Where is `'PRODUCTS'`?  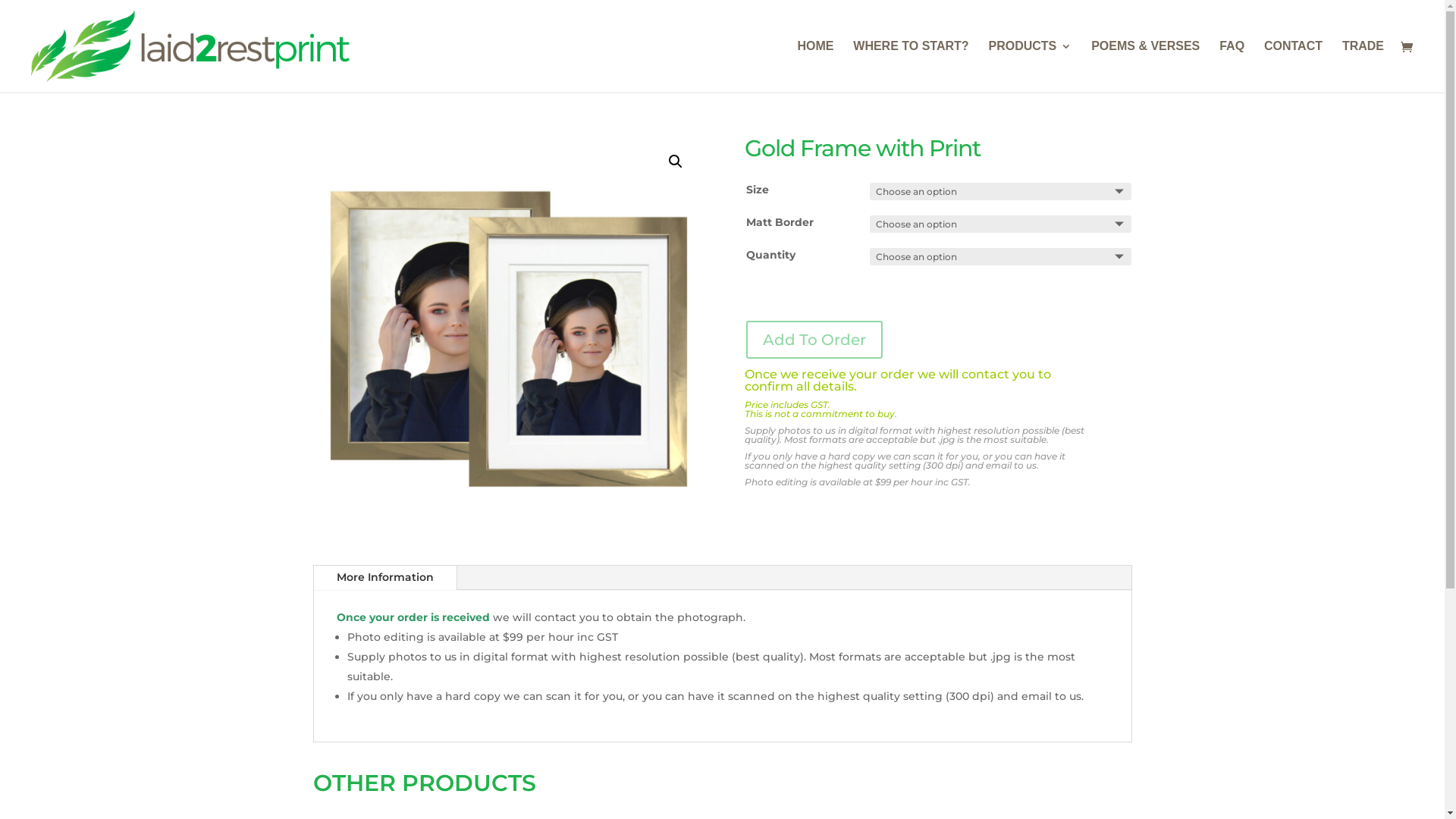
'PRODUCTS' is located at coordinates (987, 66).